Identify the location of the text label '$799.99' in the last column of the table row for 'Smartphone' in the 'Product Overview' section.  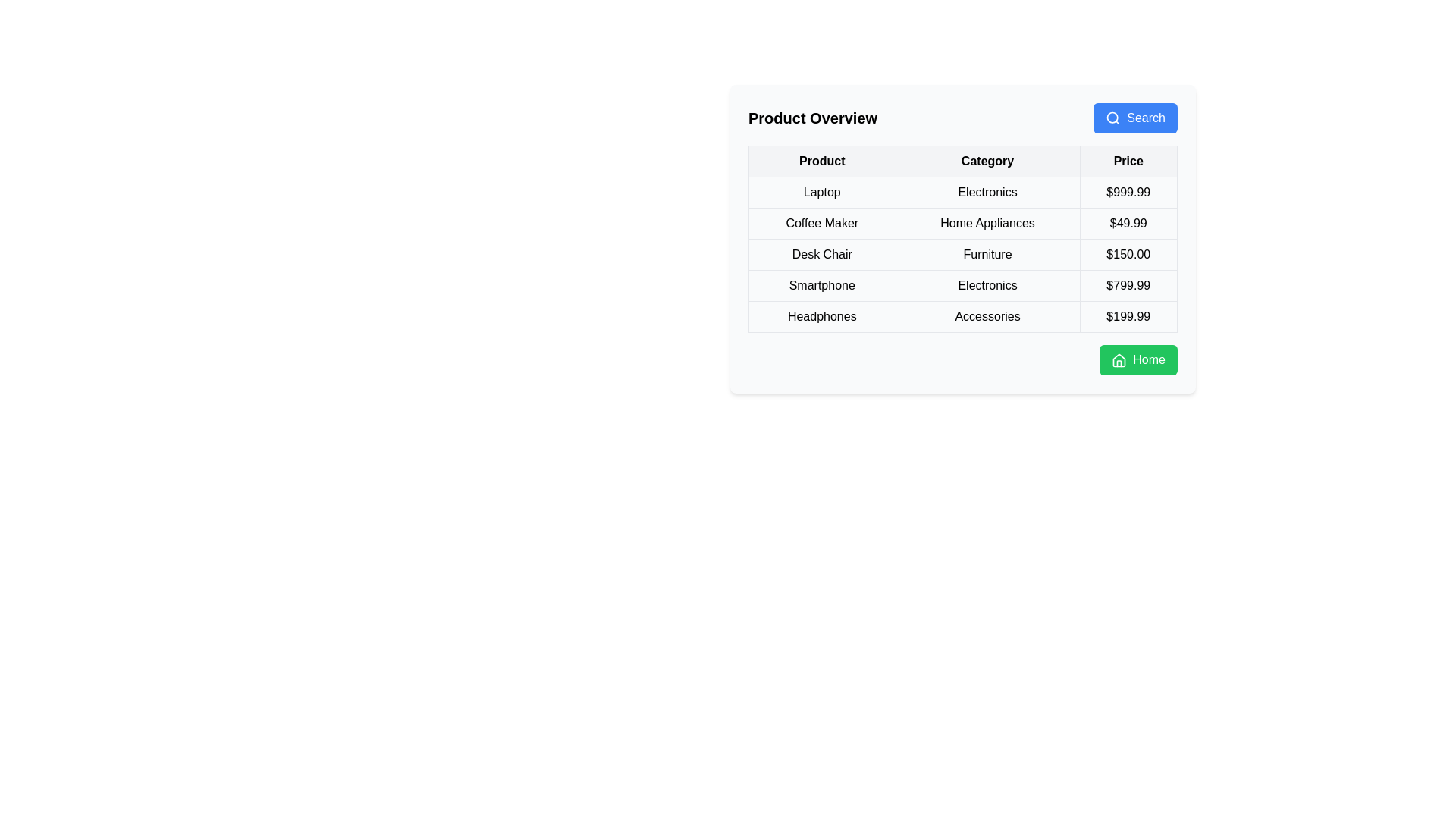
(1128, 286).